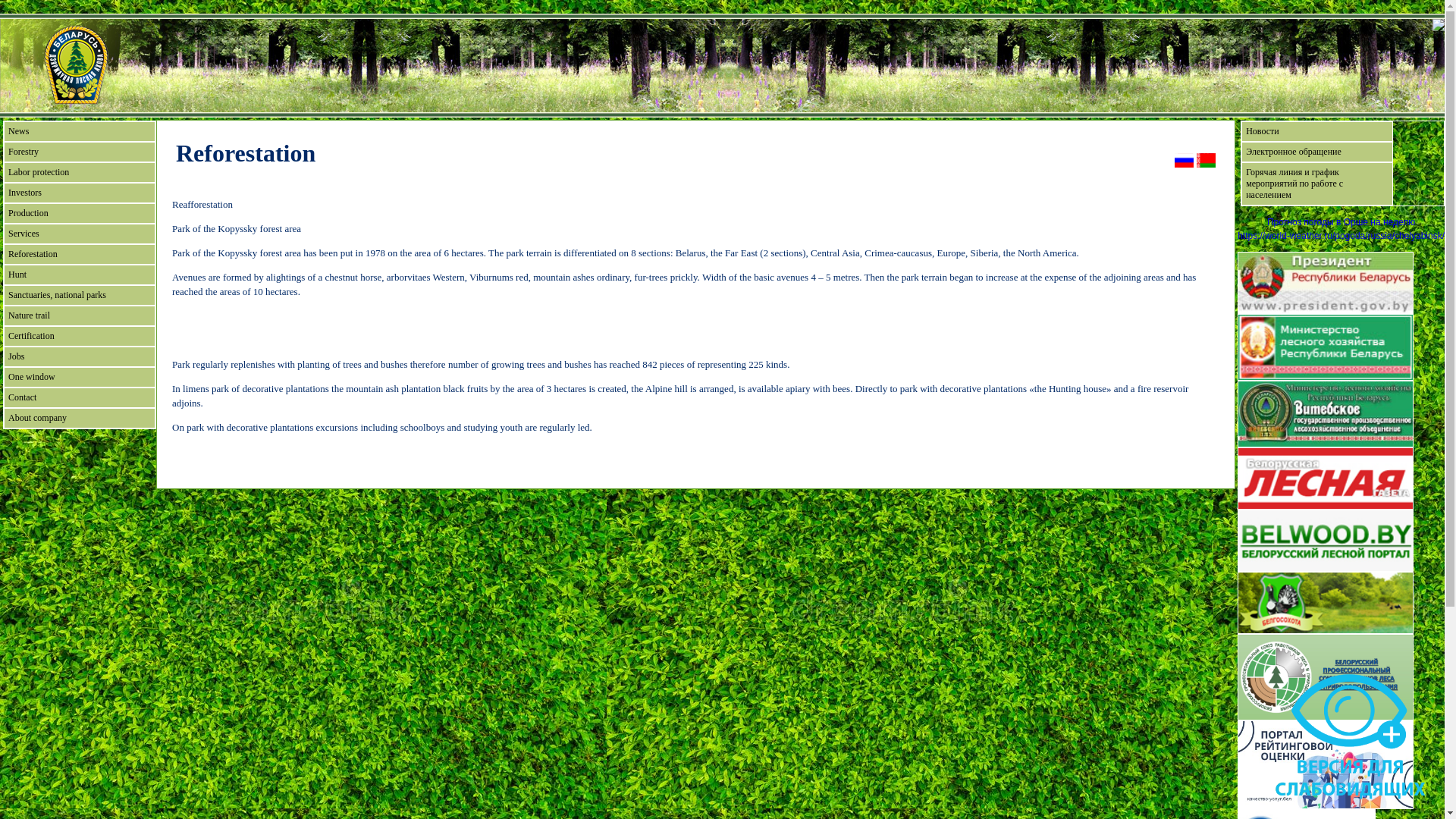  I want to click on 'Jobs', so click(79, 356).